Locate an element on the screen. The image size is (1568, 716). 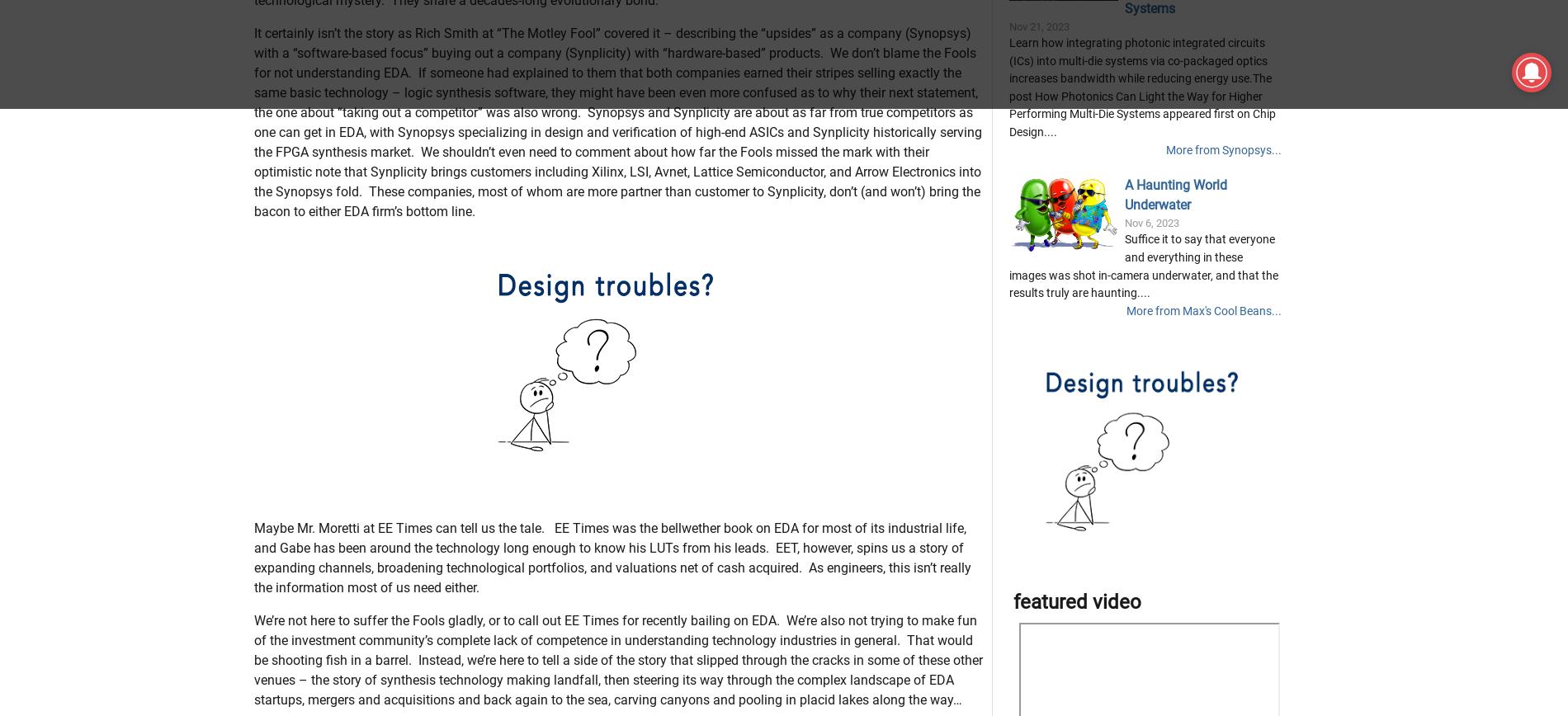
'It certainly isn’t the story as Rich Smith at “The Motley Fool” covered it – describing the “upsides” as a company (Synopsys) with a “software-based focus” buying out a company (Synplicity) with “hardware-based” products.  We don’t blame the Fools for not understanding EDA.  If someone had explained to them that both companies earned their stripes selling exactly the same basic technology – logic synthesis software, they might have been even more confused as to why their next statement, the one about “taking out a competitor” was also wrong.  Synopsys and Synplicity are about as far from true competitors as one can get in EDA, with Synopsys specializing in design and verification of high-end ASICs and Synplicity historically serving the FPGA synthesis market.  We shouldn’t even need to comment about how far the Fools missed the mark with their optimistic note that Synplicity brings customers including Xilinx, LSI, Avnet, Lattice Semiconductor, and Arrow Electronics into the Synopsys fold.  These companies, most of whom are more partner than customer to Synplicity, don’t (and won’t) bring the bacon to either EDA firm’s bottom line.' is located at coordinates (616, 204).